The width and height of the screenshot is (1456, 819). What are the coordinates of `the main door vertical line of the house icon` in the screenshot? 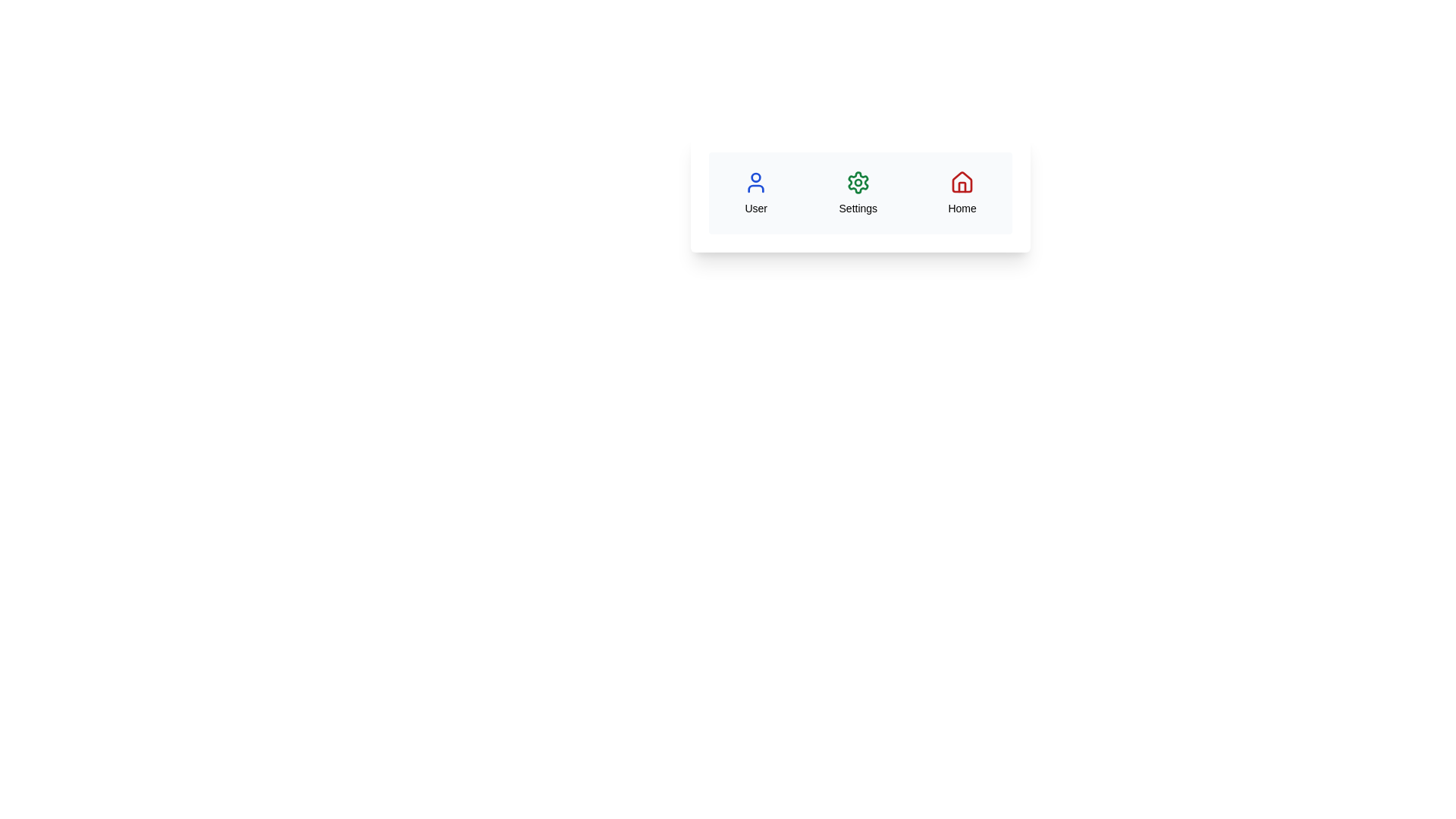 It's located at (962, 186).